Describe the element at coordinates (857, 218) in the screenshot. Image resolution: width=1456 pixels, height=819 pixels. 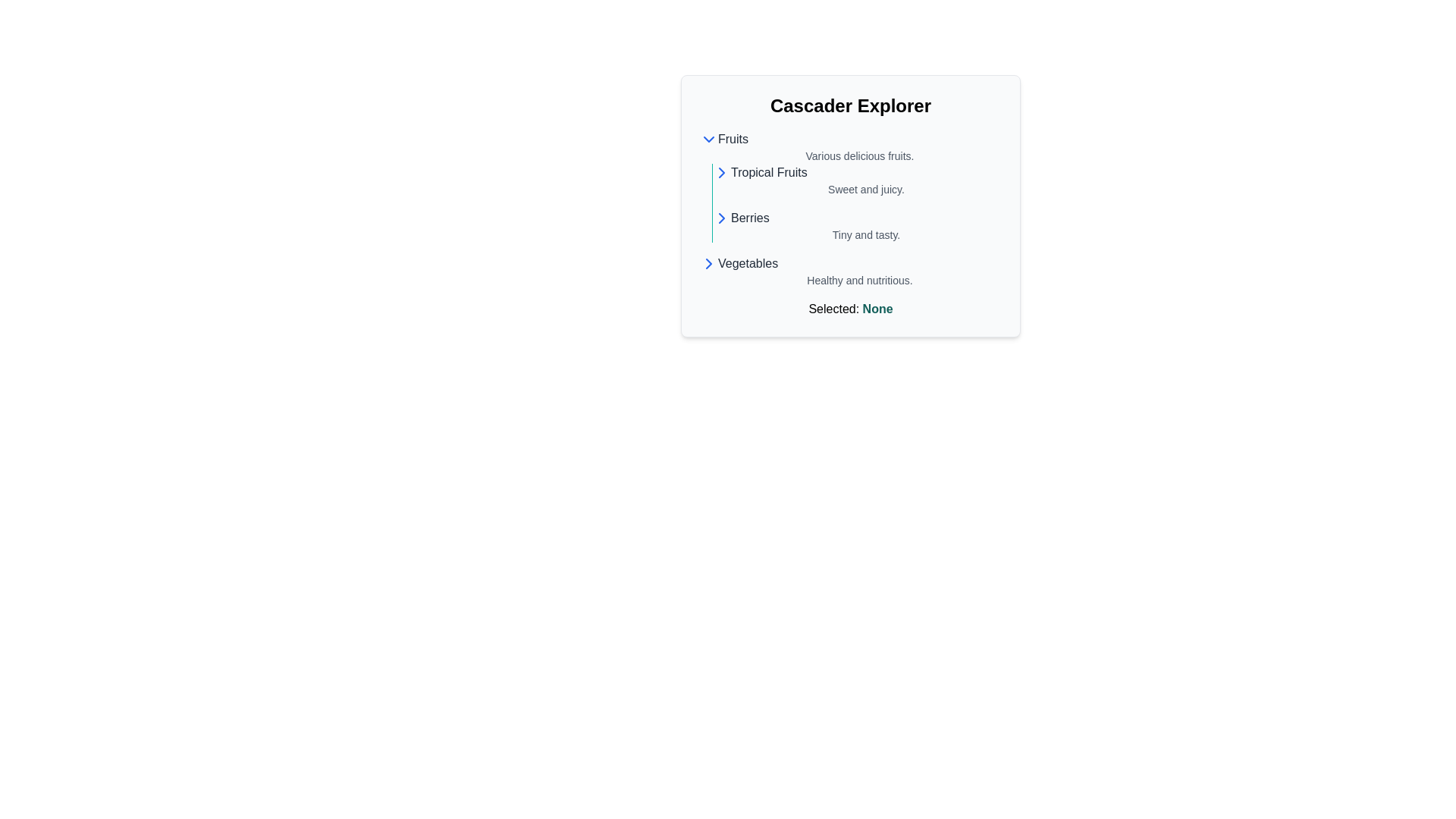
I see `the 'Berries' expandable menu item located` at that location.